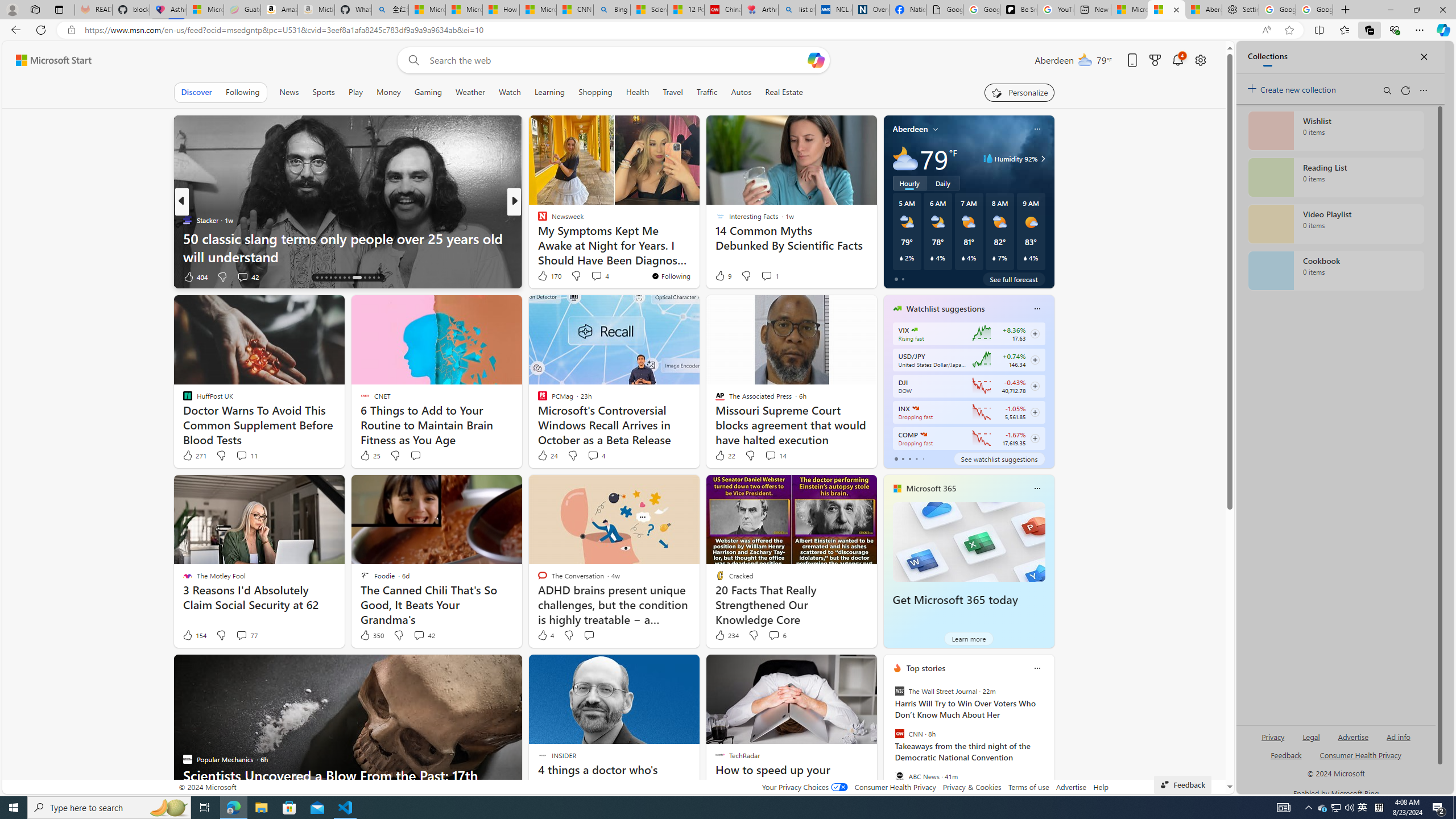 This screenshot has width=1456, height=819. I want to click on 'You', so click(671, 276).